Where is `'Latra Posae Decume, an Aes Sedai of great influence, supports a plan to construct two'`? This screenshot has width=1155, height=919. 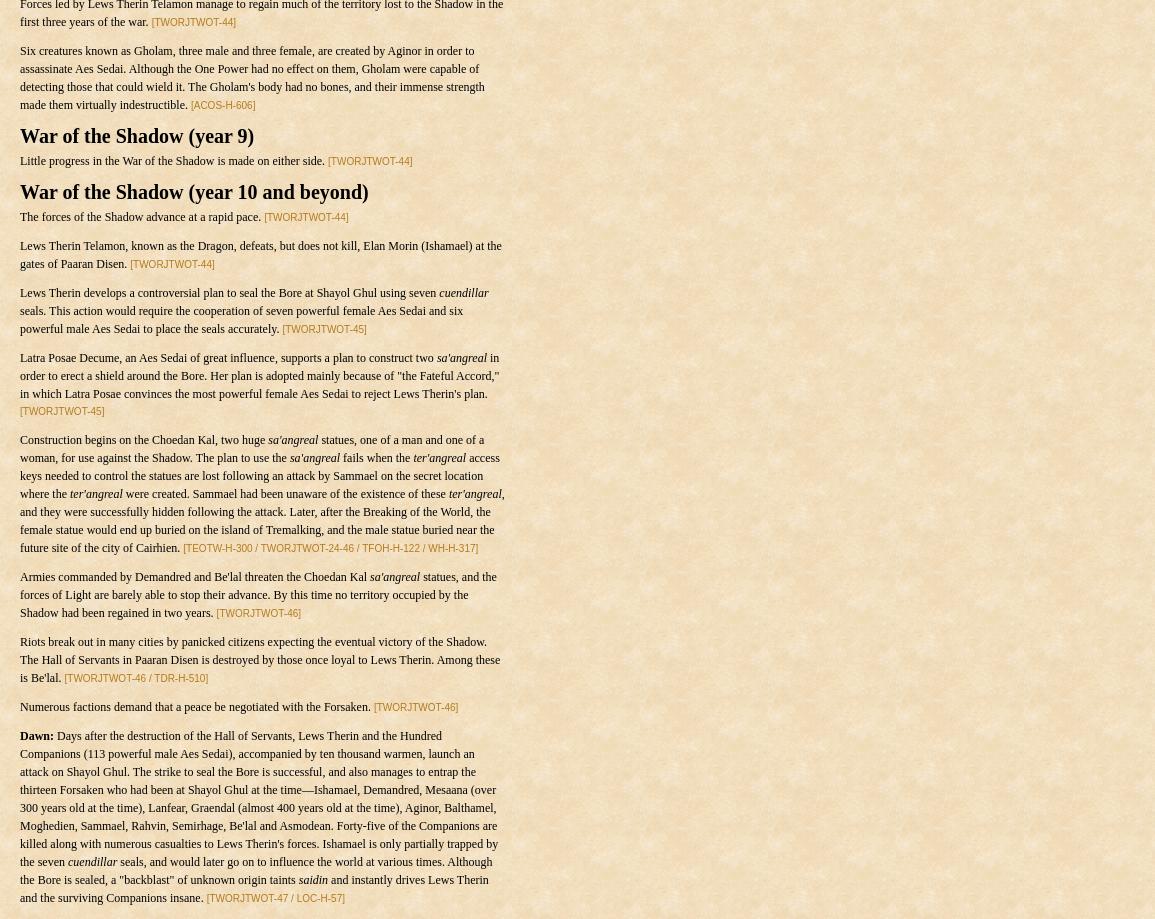
'Latra Posae Decume, an Aes Sedai of great influence, supports a plan to construct two' is located at coordinates (226, 357).